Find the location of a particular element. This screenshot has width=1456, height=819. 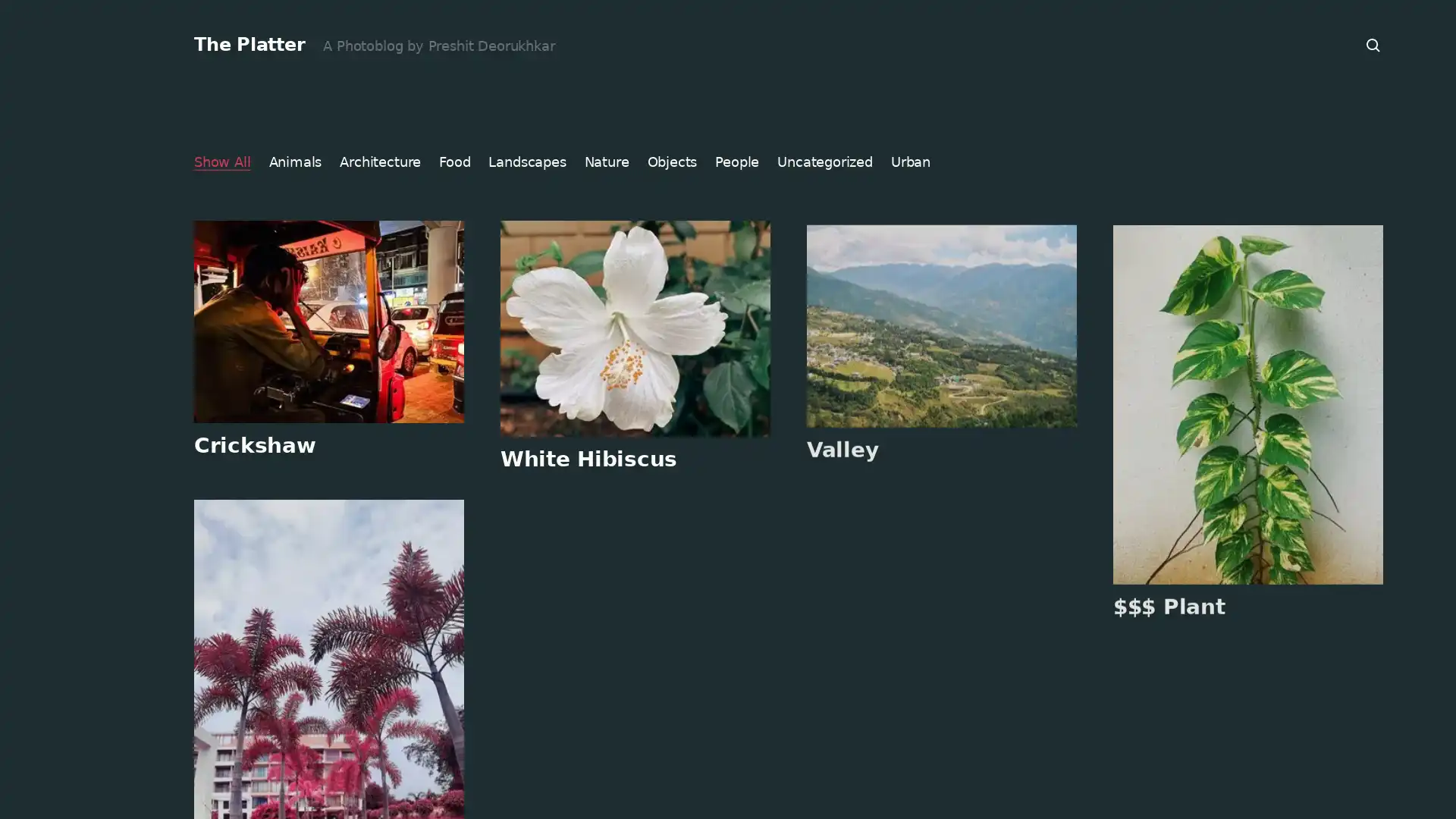

Search is located at coordinates (1373, 45).